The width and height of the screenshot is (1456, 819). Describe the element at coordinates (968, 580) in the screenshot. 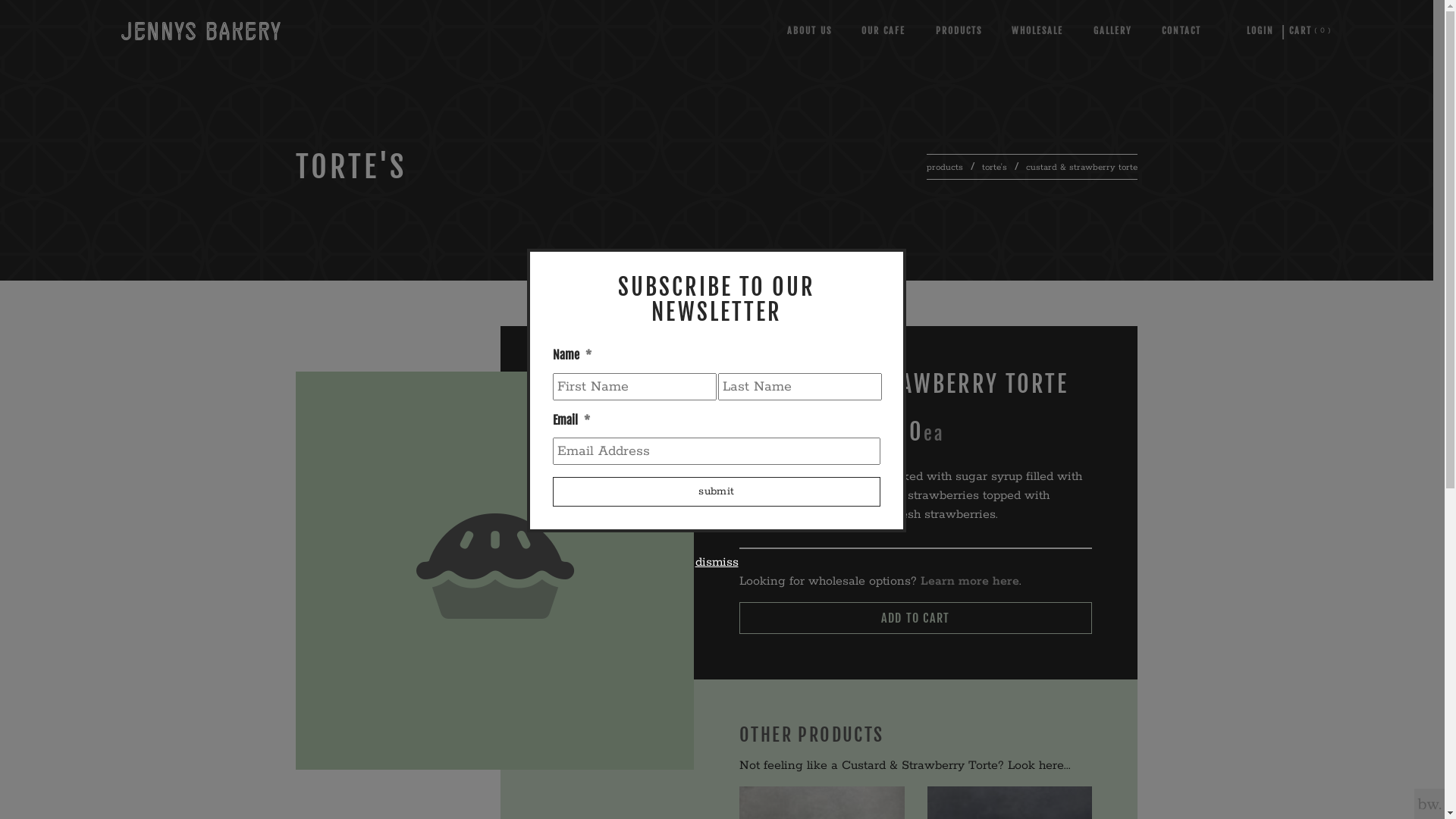

I see `'Learn more here'` at that location.